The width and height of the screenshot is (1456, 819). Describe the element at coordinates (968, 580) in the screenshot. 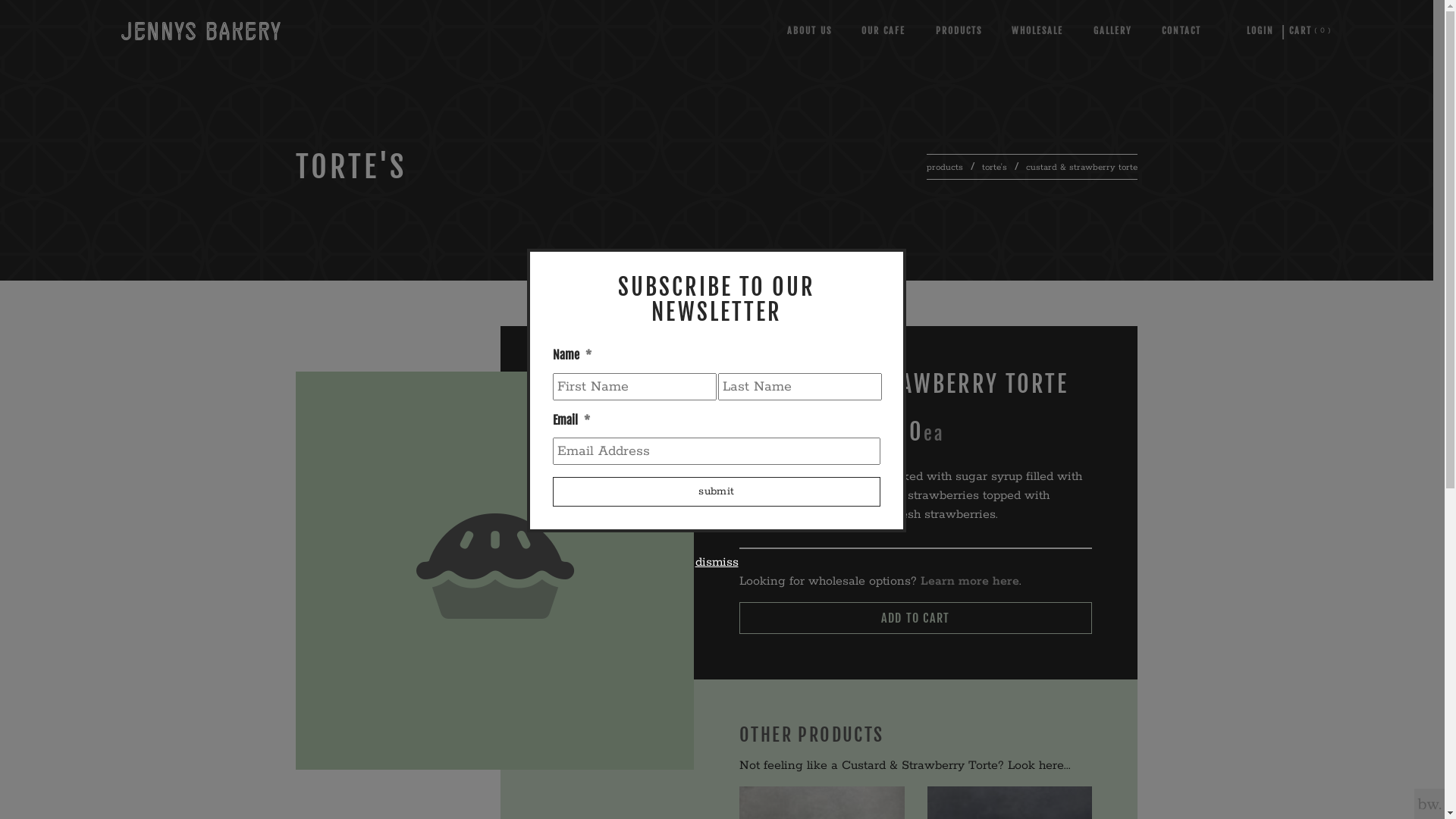

I see `'Learn more here'` at that location.